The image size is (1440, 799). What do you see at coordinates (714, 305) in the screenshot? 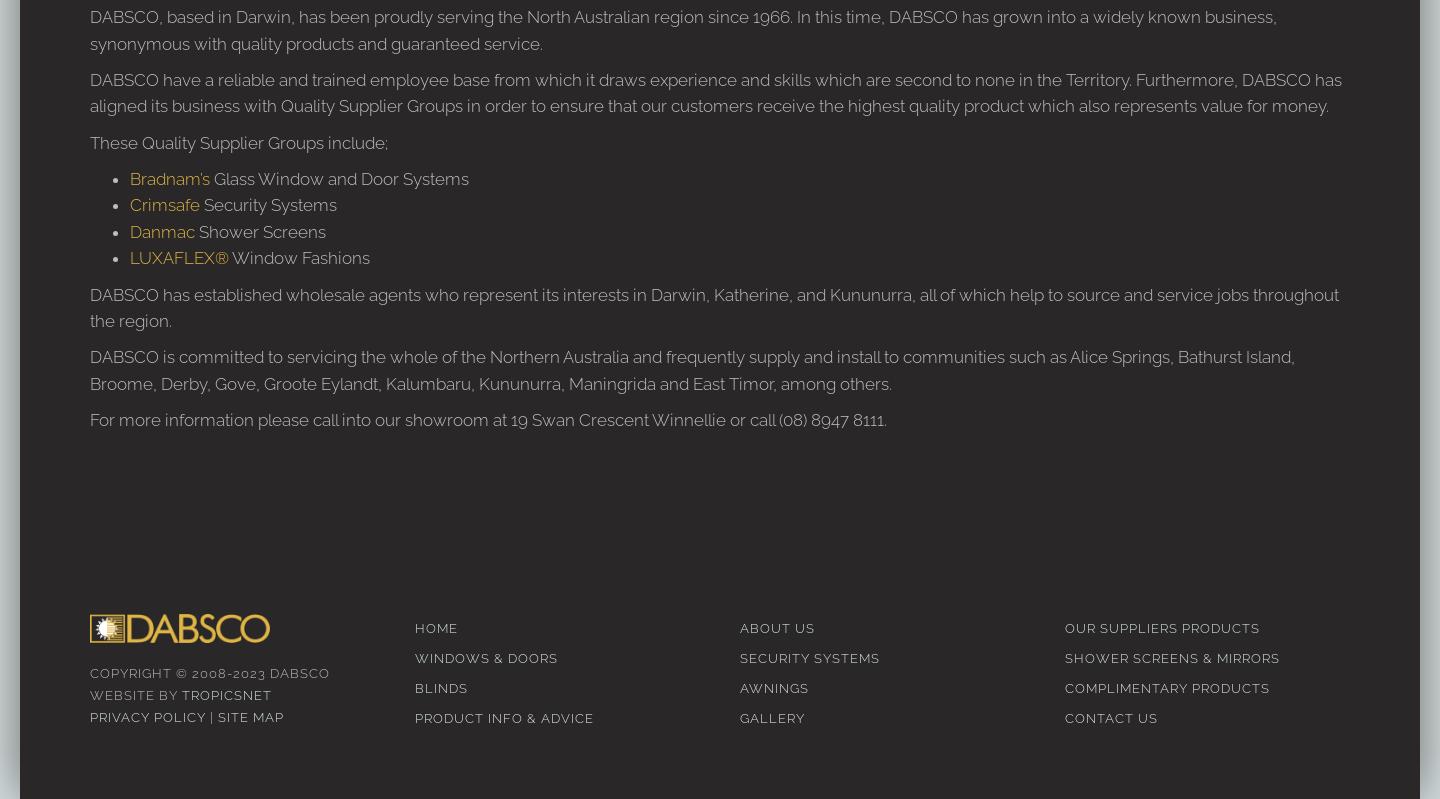
I see `'DABSCO has established wholesale agents who represent its interests in Darwin, Katherine, and Kununurra, all of which help to source and service jobs throughout the region.'` at bounding box center [714, 305].